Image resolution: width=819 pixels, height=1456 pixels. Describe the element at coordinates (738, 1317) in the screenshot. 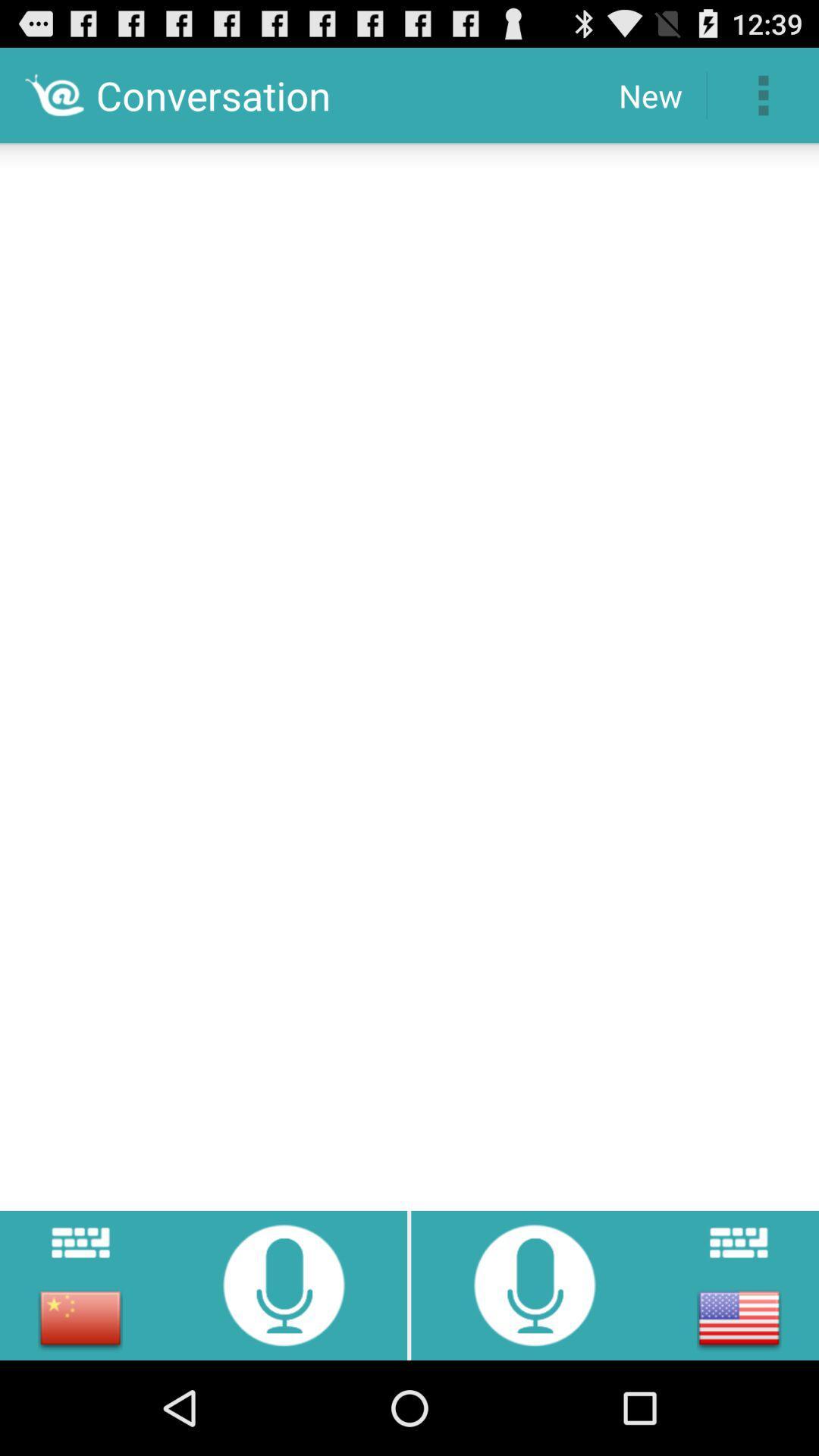

I see `chane input language` at that location.